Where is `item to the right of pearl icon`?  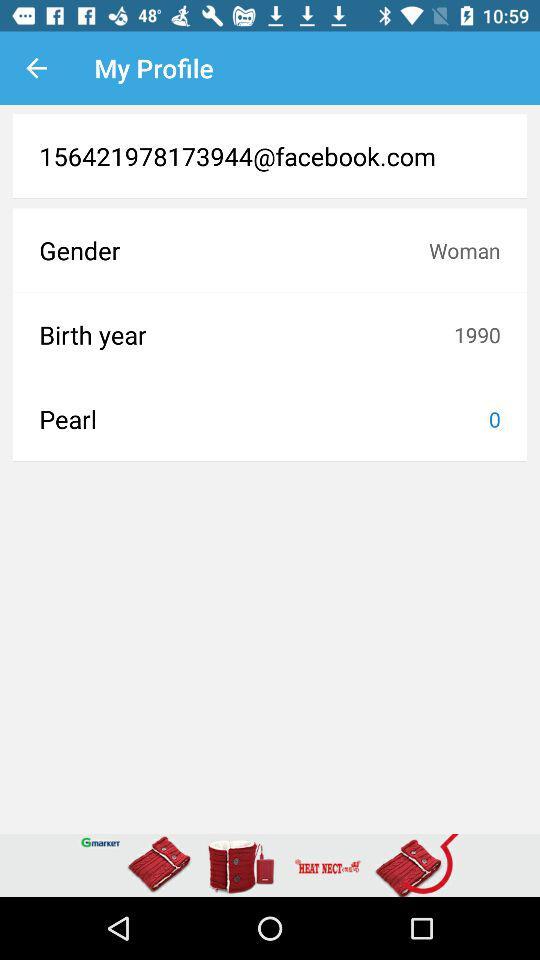 item to the right of pearl icon is located at coordinates (493, 418).